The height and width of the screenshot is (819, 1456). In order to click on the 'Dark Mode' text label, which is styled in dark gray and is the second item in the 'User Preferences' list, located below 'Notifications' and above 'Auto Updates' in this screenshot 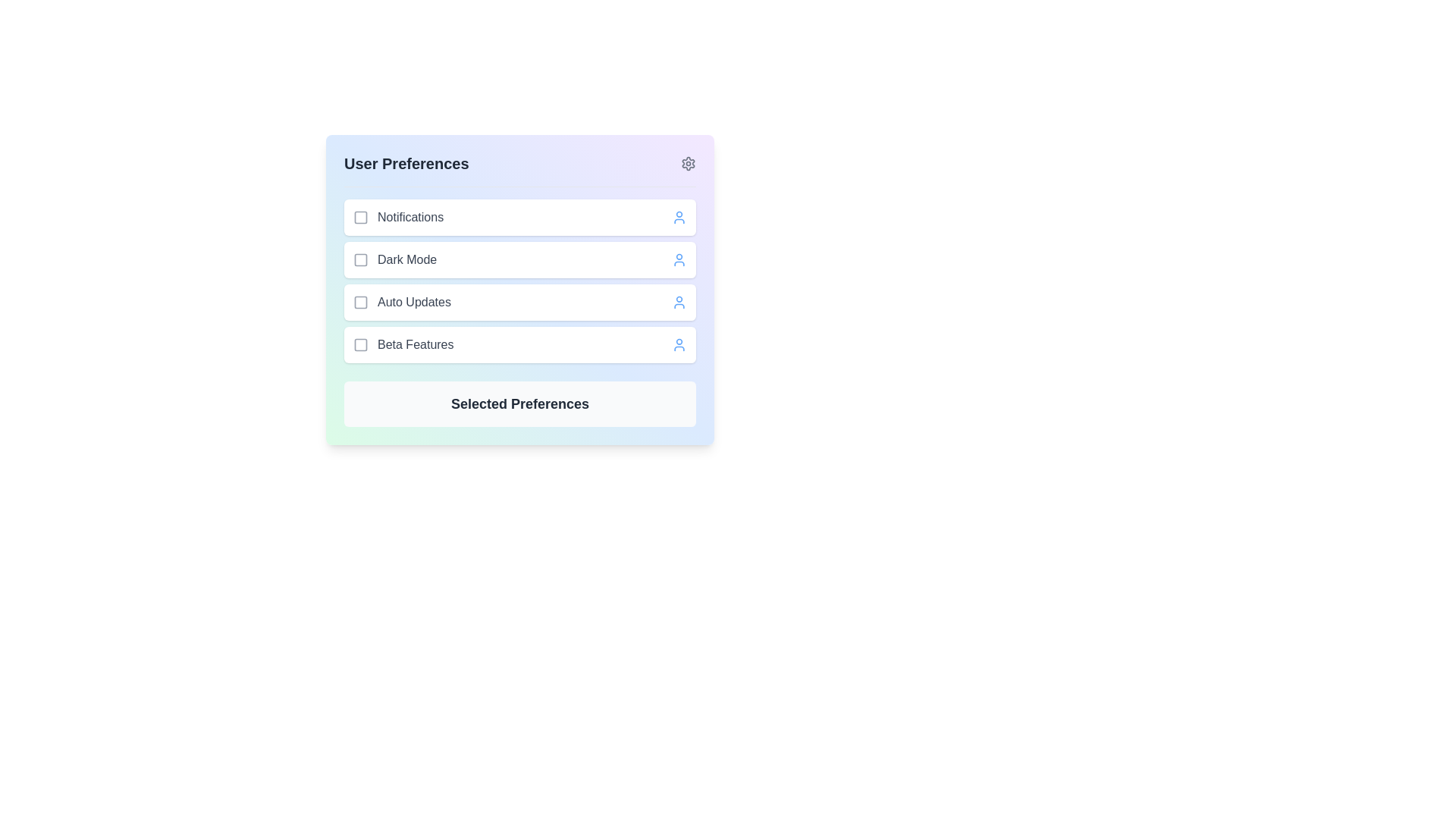, I will do `click(395, 259)`.